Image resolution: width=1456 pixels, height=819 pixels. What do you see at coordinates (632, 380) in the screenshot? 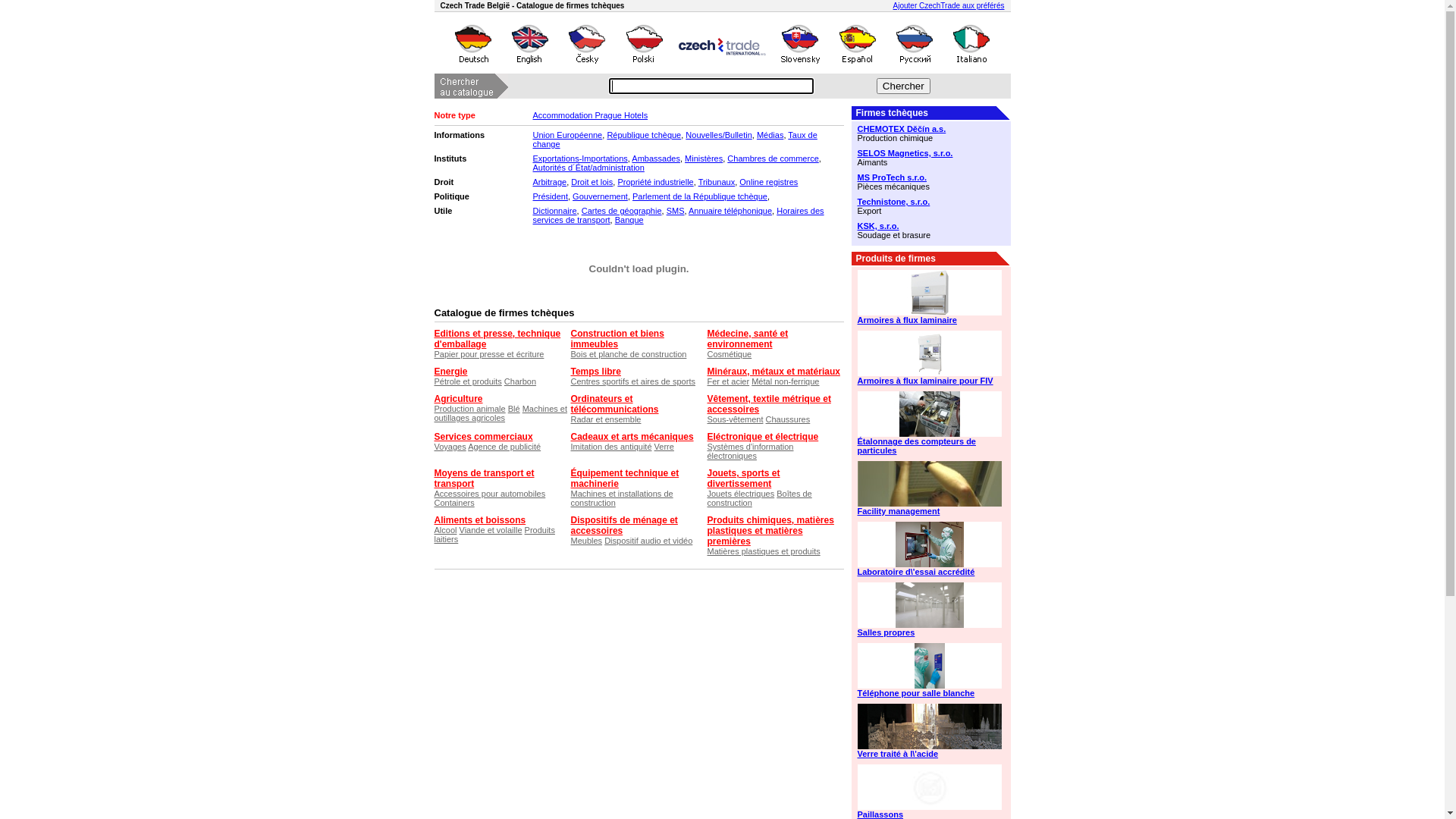
I see `'Centres sportifs et aires de sports'` at bounding box center [632, 380].